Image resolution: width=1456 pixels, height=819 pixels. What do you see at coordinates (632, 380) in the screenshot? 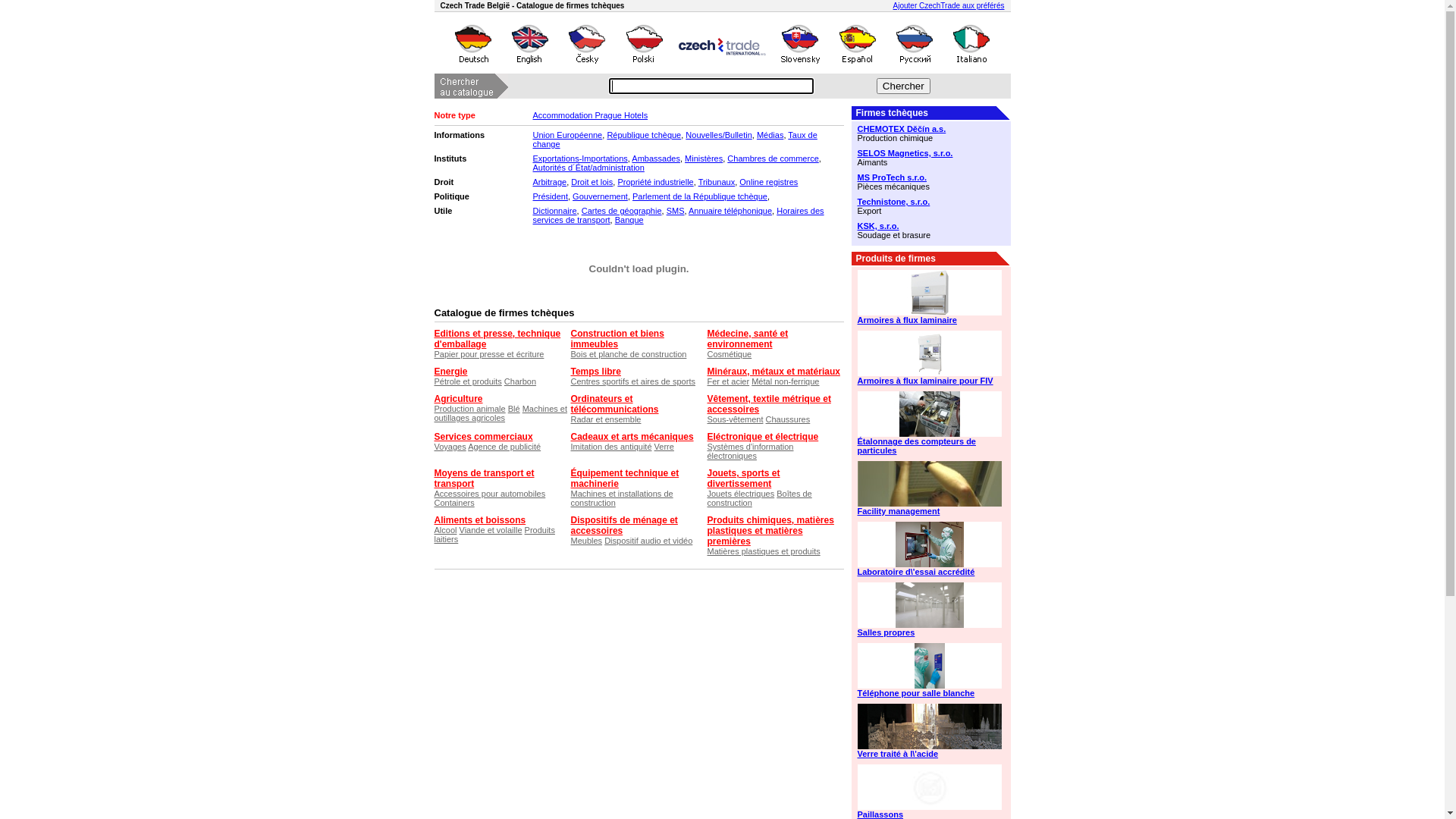
I see `'Centres sportifs et aires de sports'` at bounding box center [632, 380].